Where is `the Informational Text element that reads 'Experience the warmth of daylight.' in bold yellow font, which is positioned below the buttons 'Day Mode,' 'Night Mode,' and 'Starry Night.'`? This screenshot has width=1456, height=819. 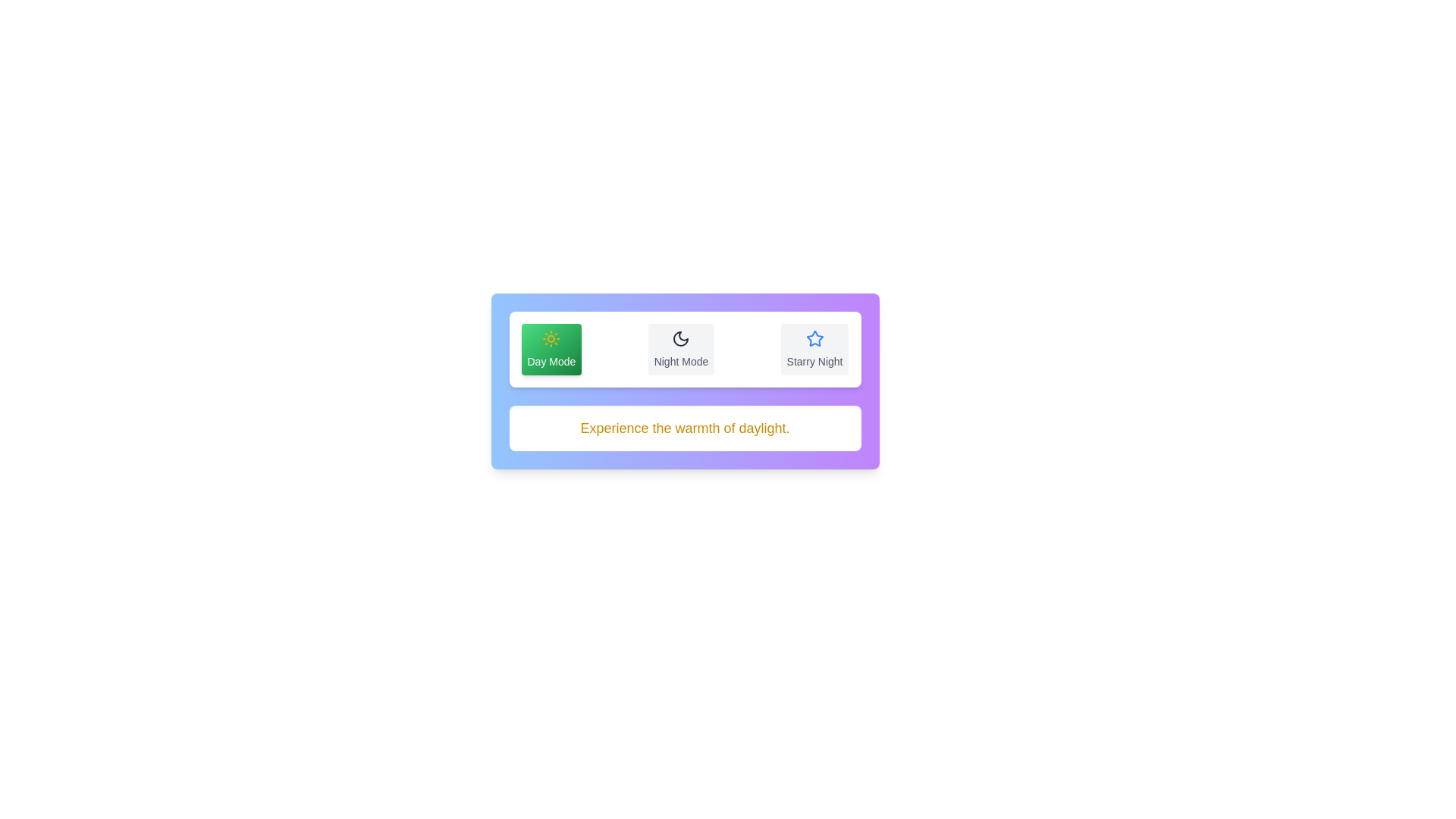
the Informational Text element that reads 'Experience the warmth of daylight.' in bold yellow font, which is positioned below the buttons 'Day Mode,' 'Night Mode,' and 'Starry Night.' is located at coordinates (684, 428).